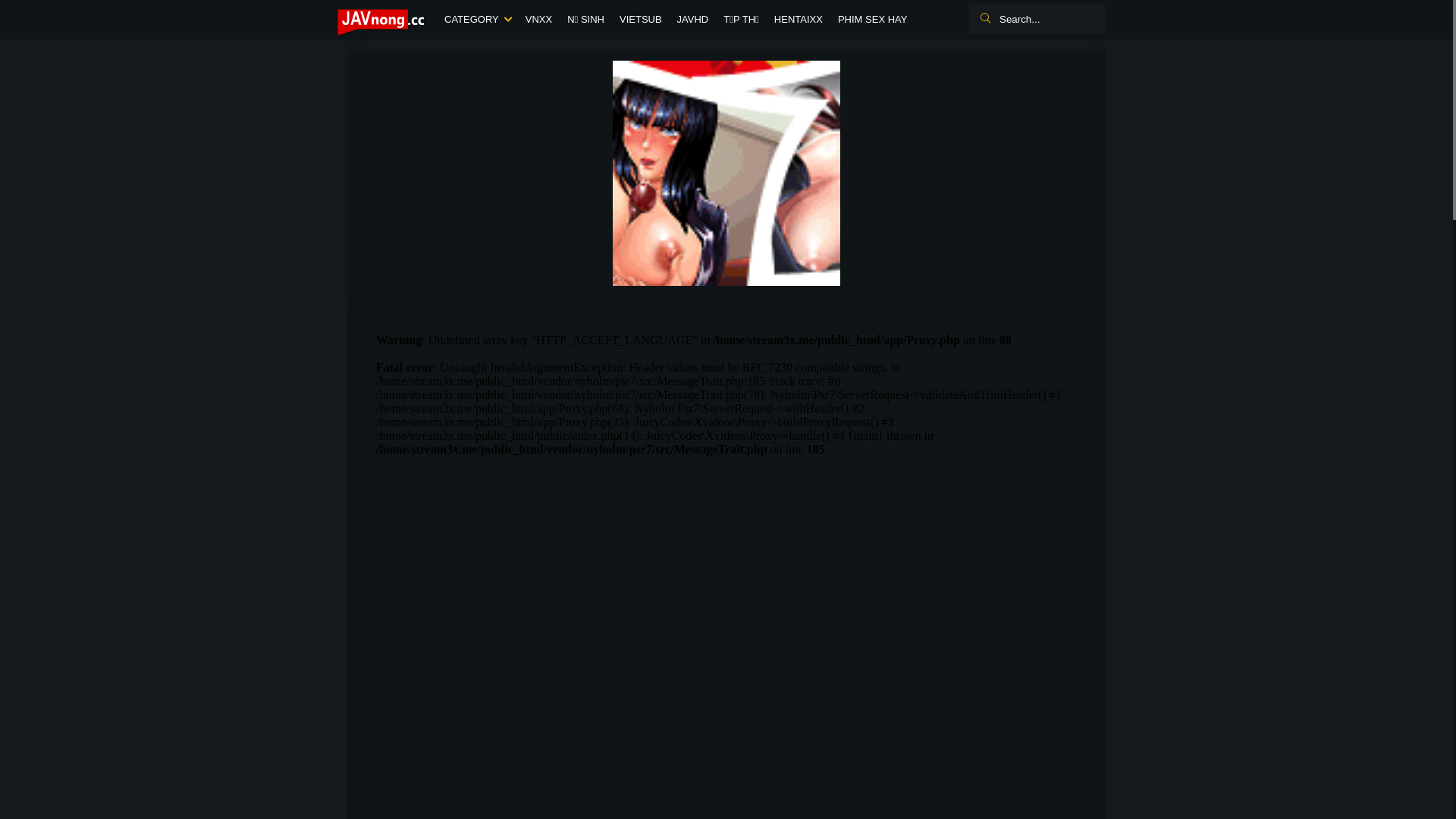  I want to click on 'VIETSUB', so click(640, 20).